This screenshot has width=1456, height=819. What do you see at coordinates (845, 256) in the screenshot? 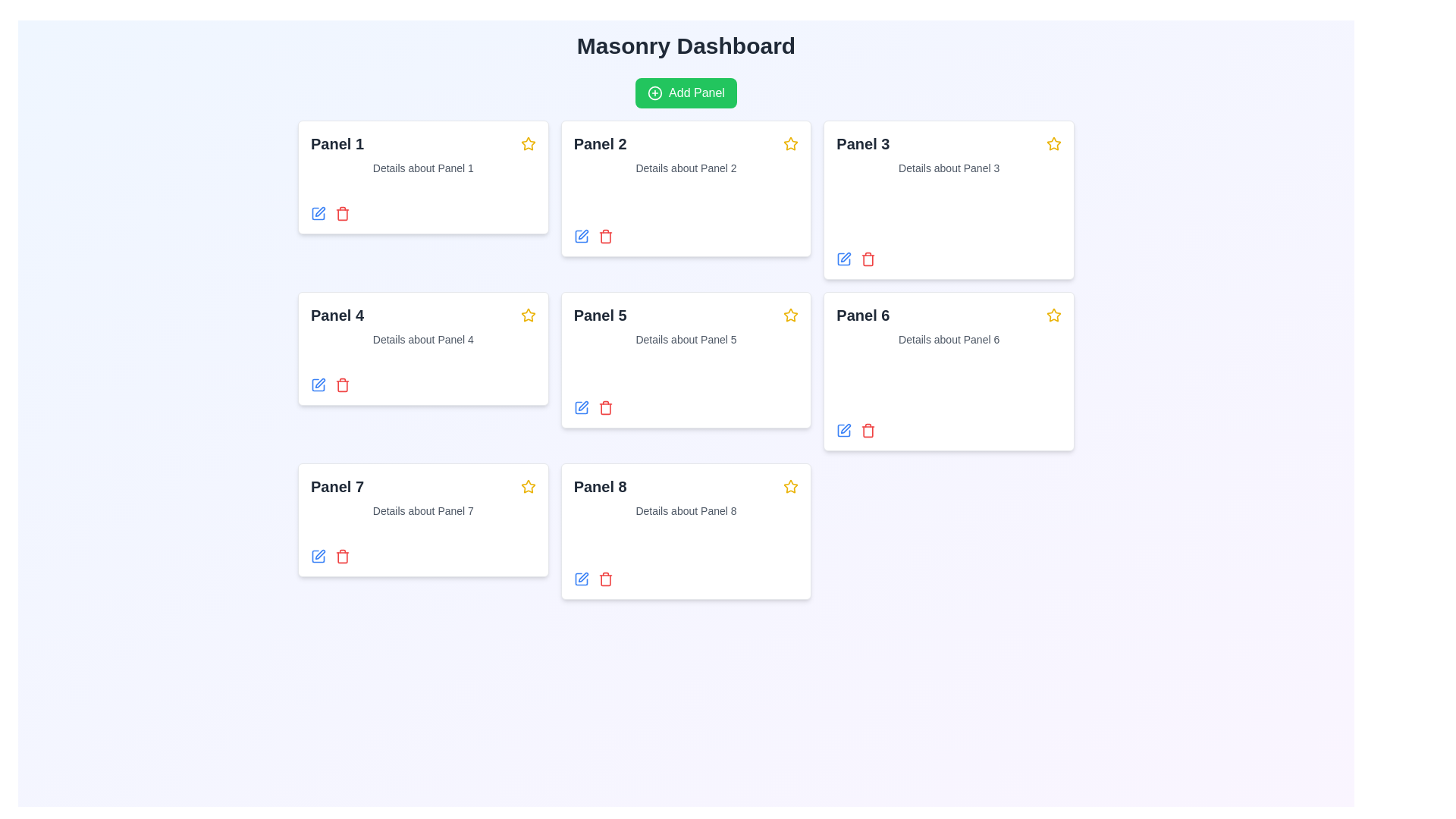
I see `the pen-shaped icon representing an edit action` at bounding box center [845, 256].